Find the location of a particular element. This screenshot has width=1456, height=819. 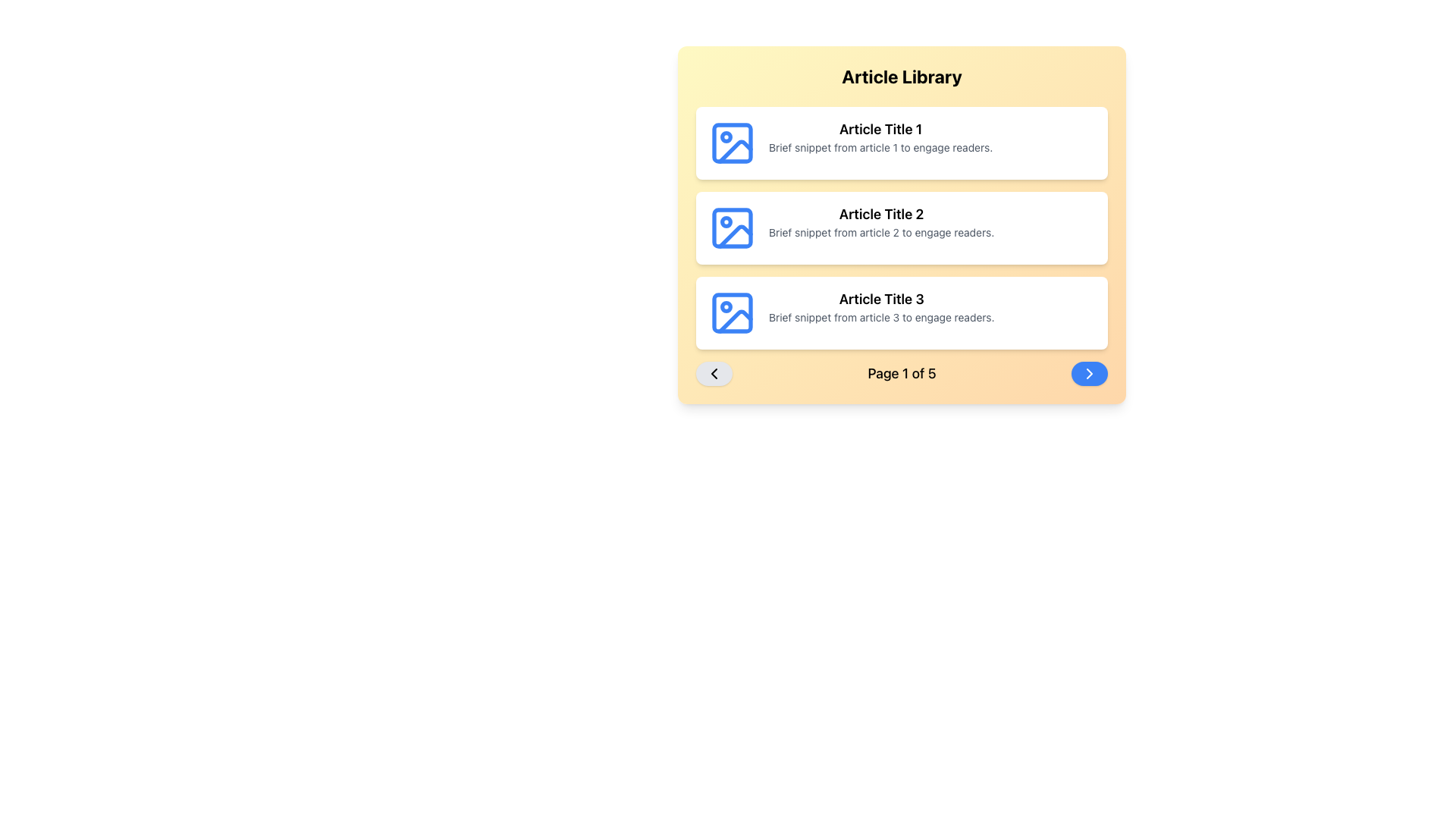

the Circle SVG element that serves as a visual marker within the image icon of 'Article Title 3', located in the third list entry of the yellow card interface is located at coordinates (726, 307).